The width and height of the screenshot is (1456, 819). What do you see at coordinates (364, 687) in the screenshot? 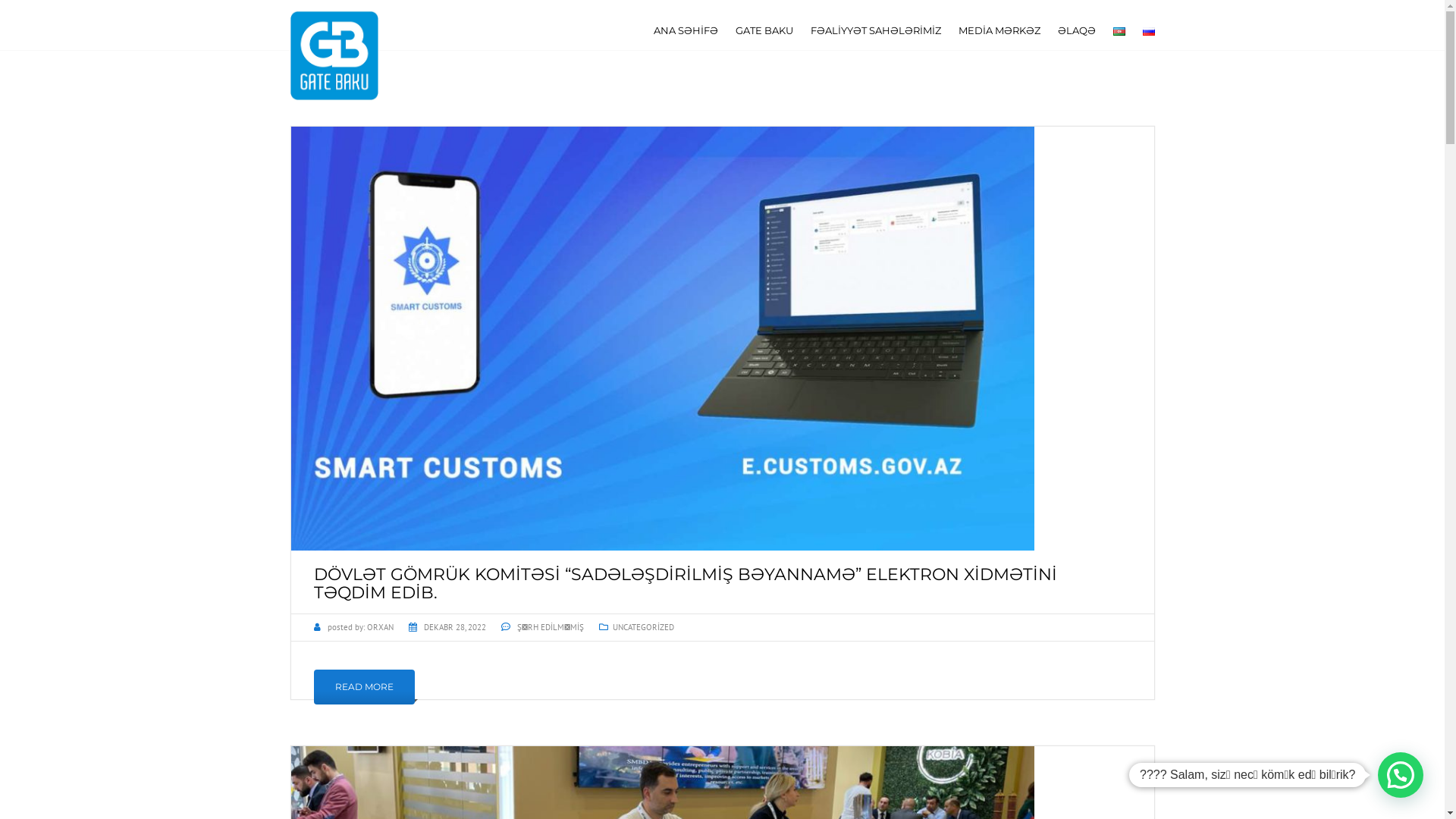
I see `'READ MORE'` at bounding box center [364, 687].